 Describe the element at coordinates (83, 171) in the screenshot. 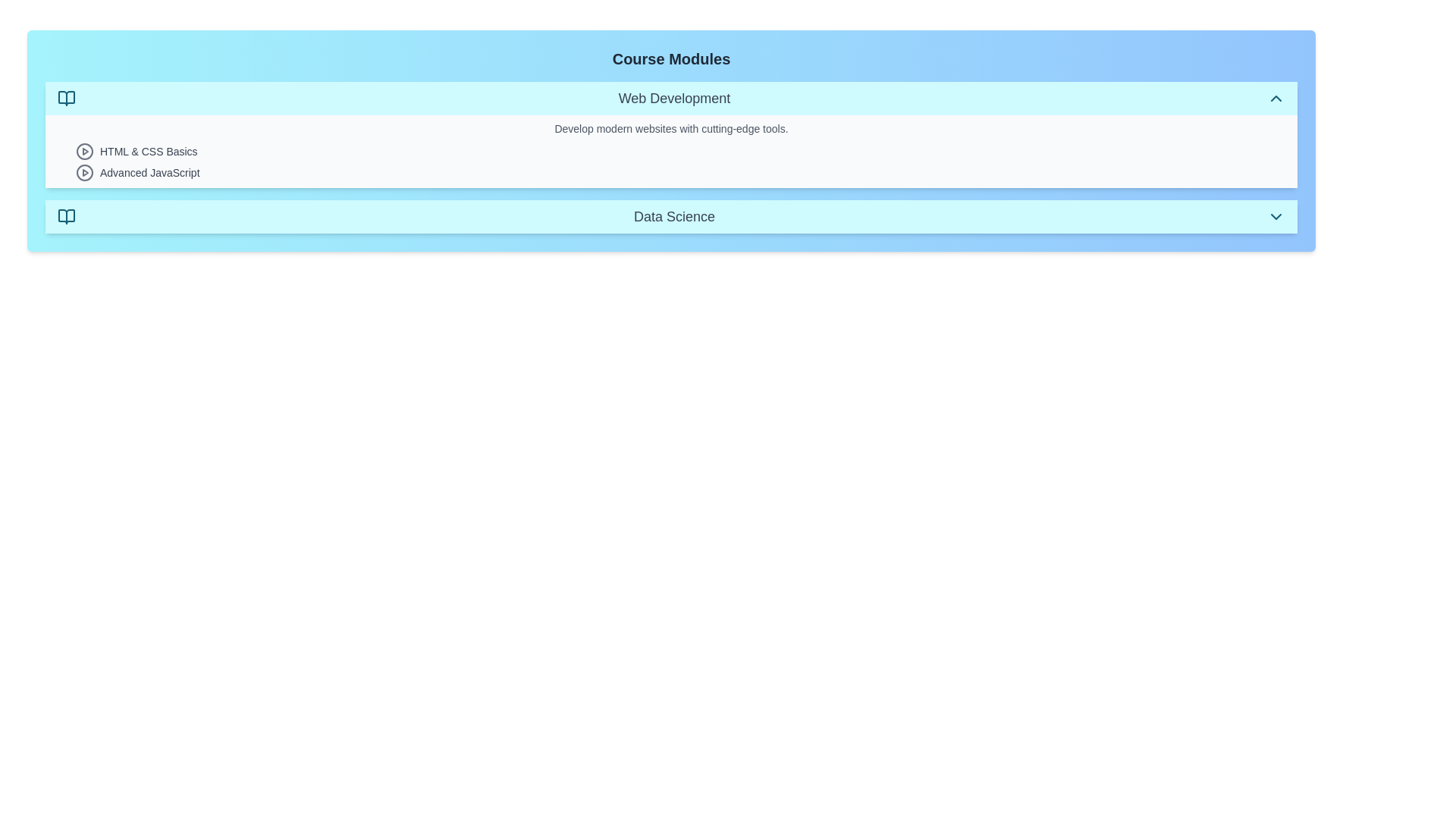

I see `the SVG outline circle that serves as a decorative part of the video play button icon in the 'Advanced JavaScript' item of the 'Web Development' module` at that location.